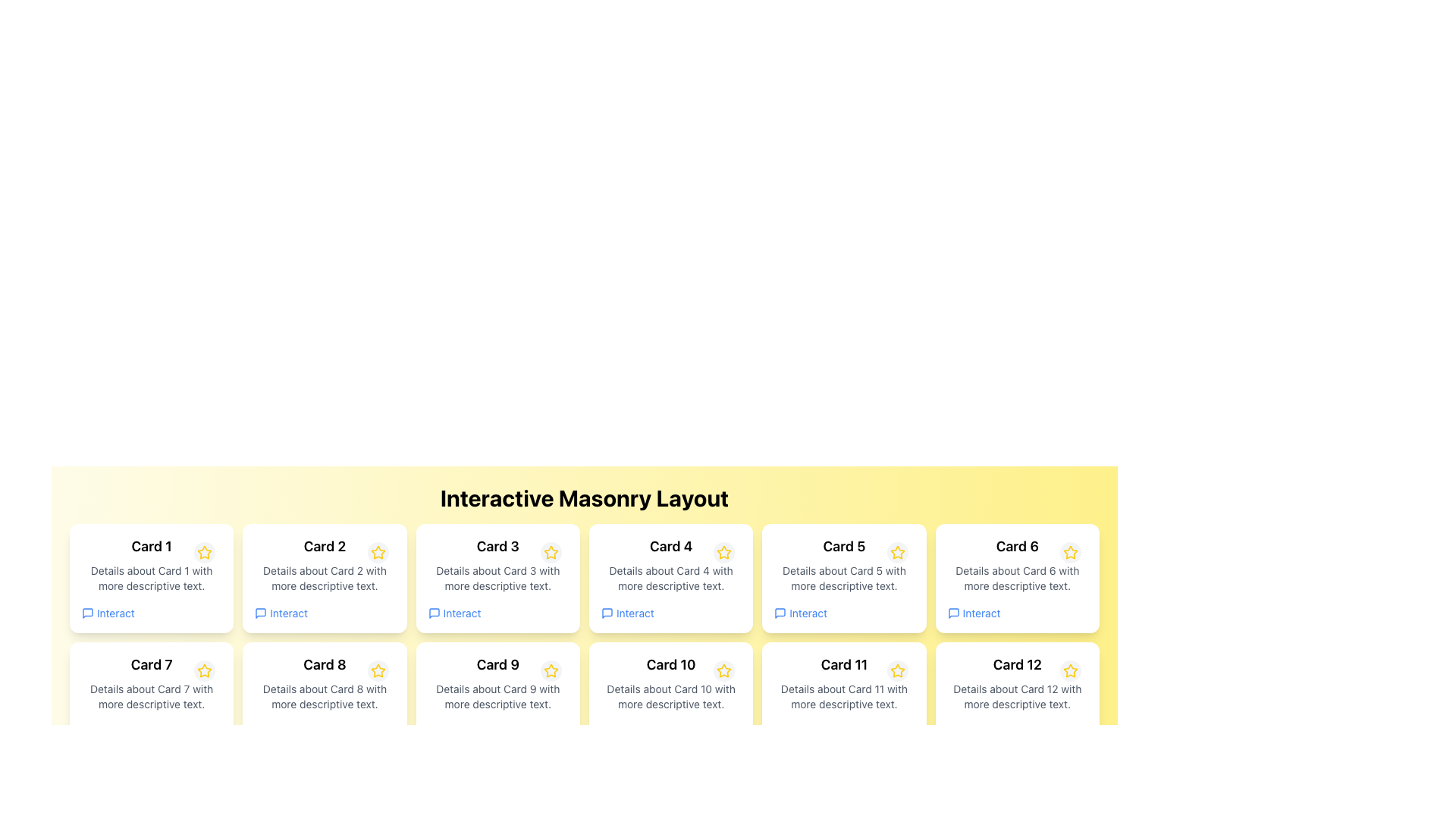 The width and height of the screenshot is (1456, 819). Describe the element at coordinates (843, 664) in the screenshot. I see `the bold heading text labeled 'Card 11', which is centered above its descriptive text in the card layout` at that location.